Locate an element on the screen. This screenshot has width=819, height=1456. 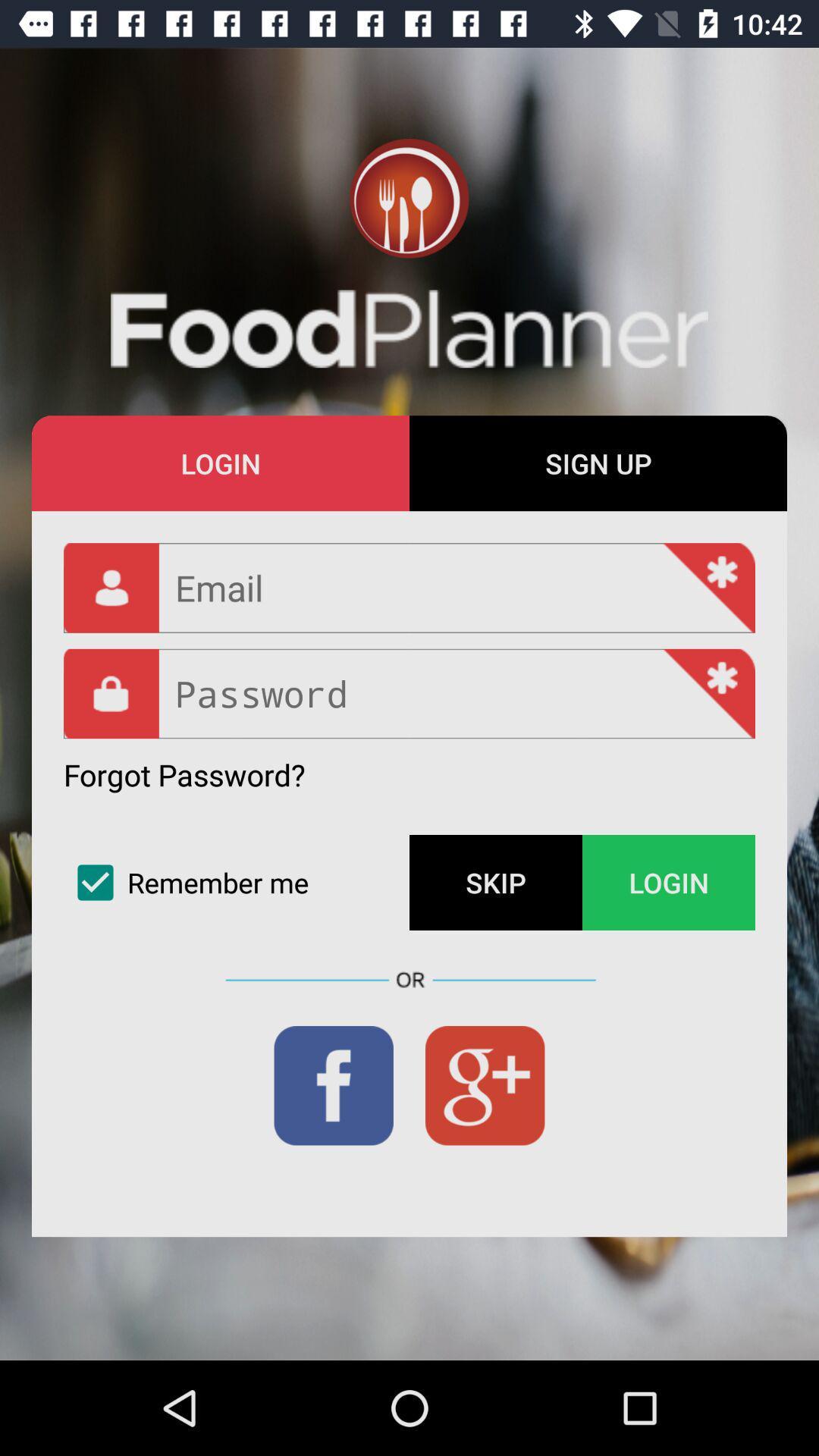
icon to the right of login item is located at coordinates (598, 463).